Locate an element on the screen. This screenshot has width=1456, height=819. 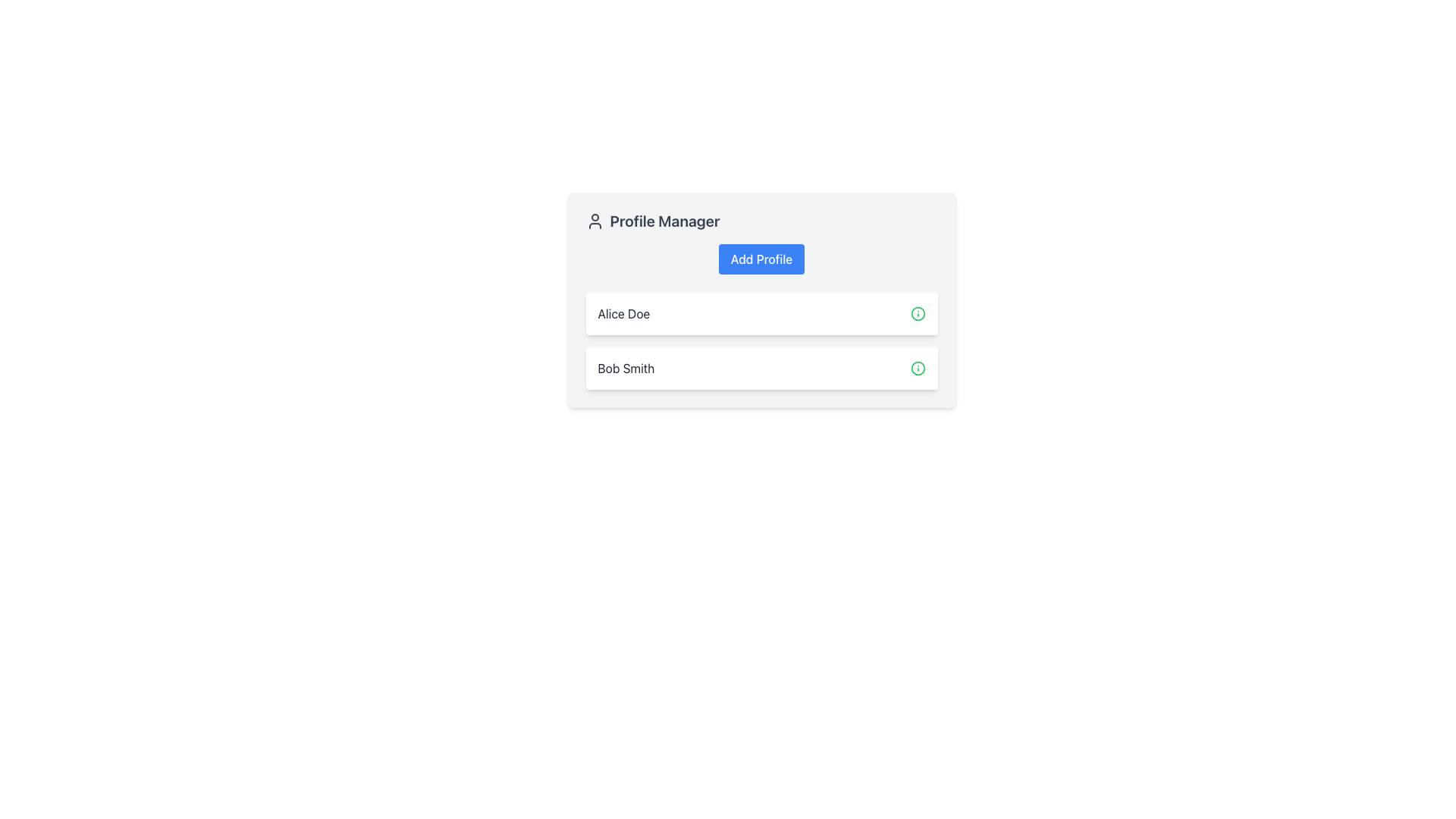
the green circular icon located to the right of the 'Bob Smith' list item within a card on the webpage is located at coordinates (917, 312).